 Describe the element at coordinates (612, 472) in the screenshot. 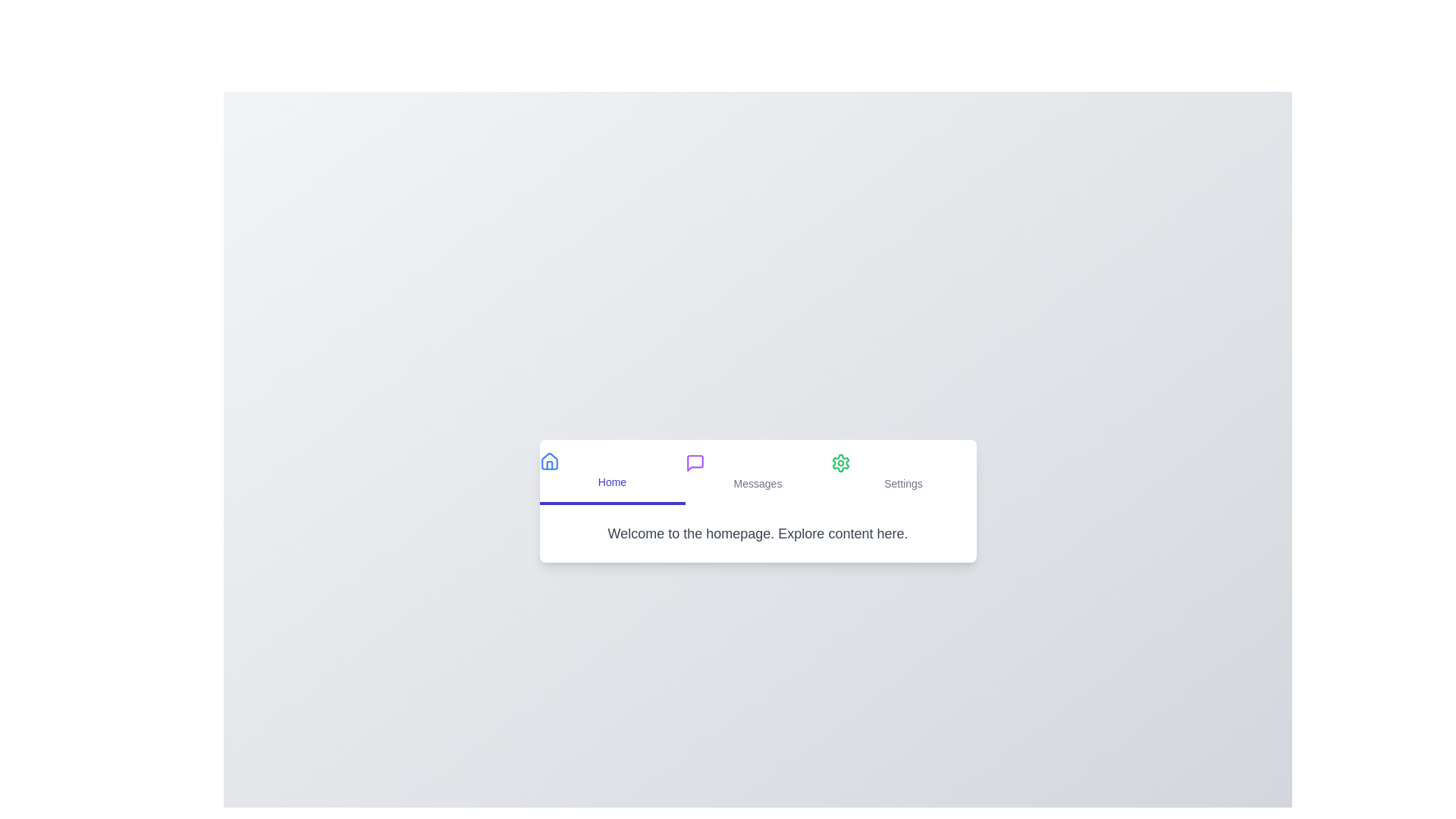

I see `the tab Home` at that location.